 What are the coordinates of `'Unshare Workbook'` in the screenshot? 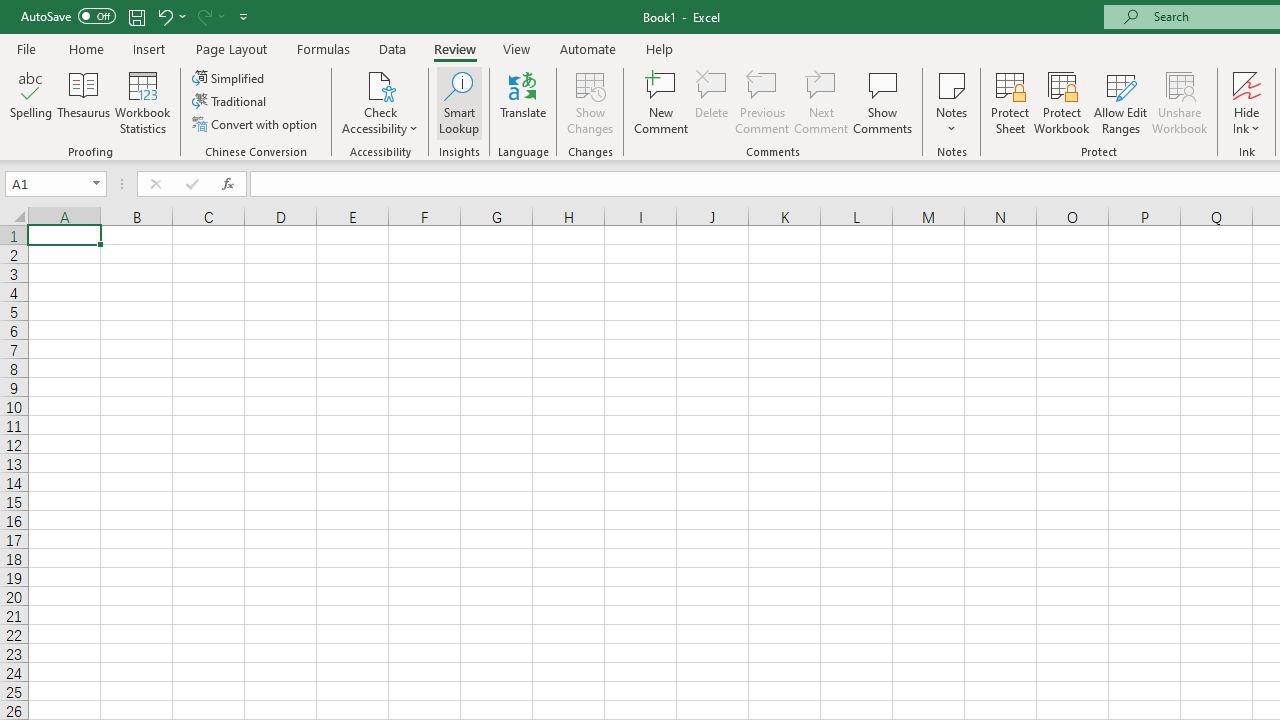 It's located at (1179, 103).